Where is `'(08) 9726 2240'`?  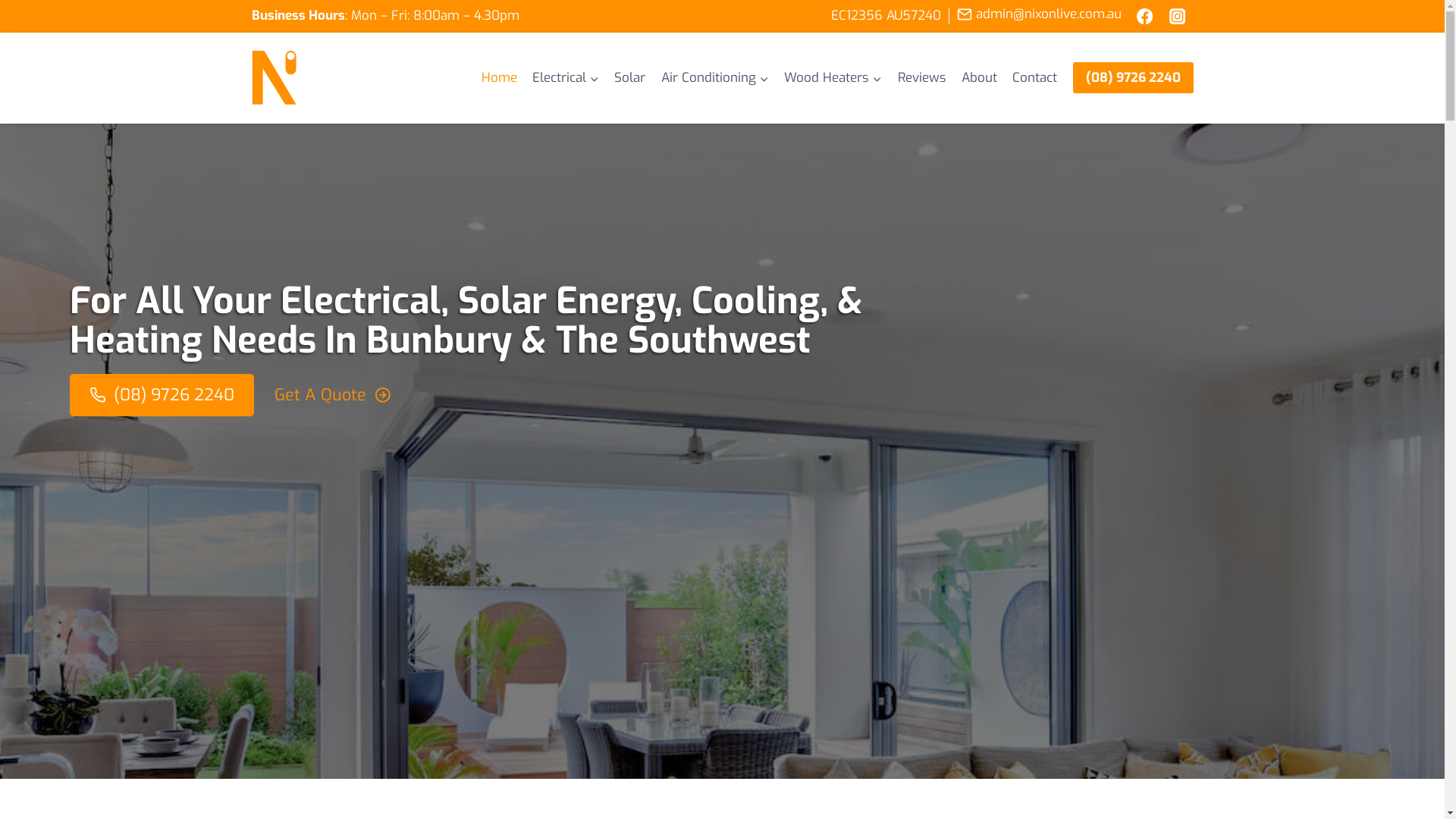 '(08) 9726 2240' is located at coordinates (1132, 77).